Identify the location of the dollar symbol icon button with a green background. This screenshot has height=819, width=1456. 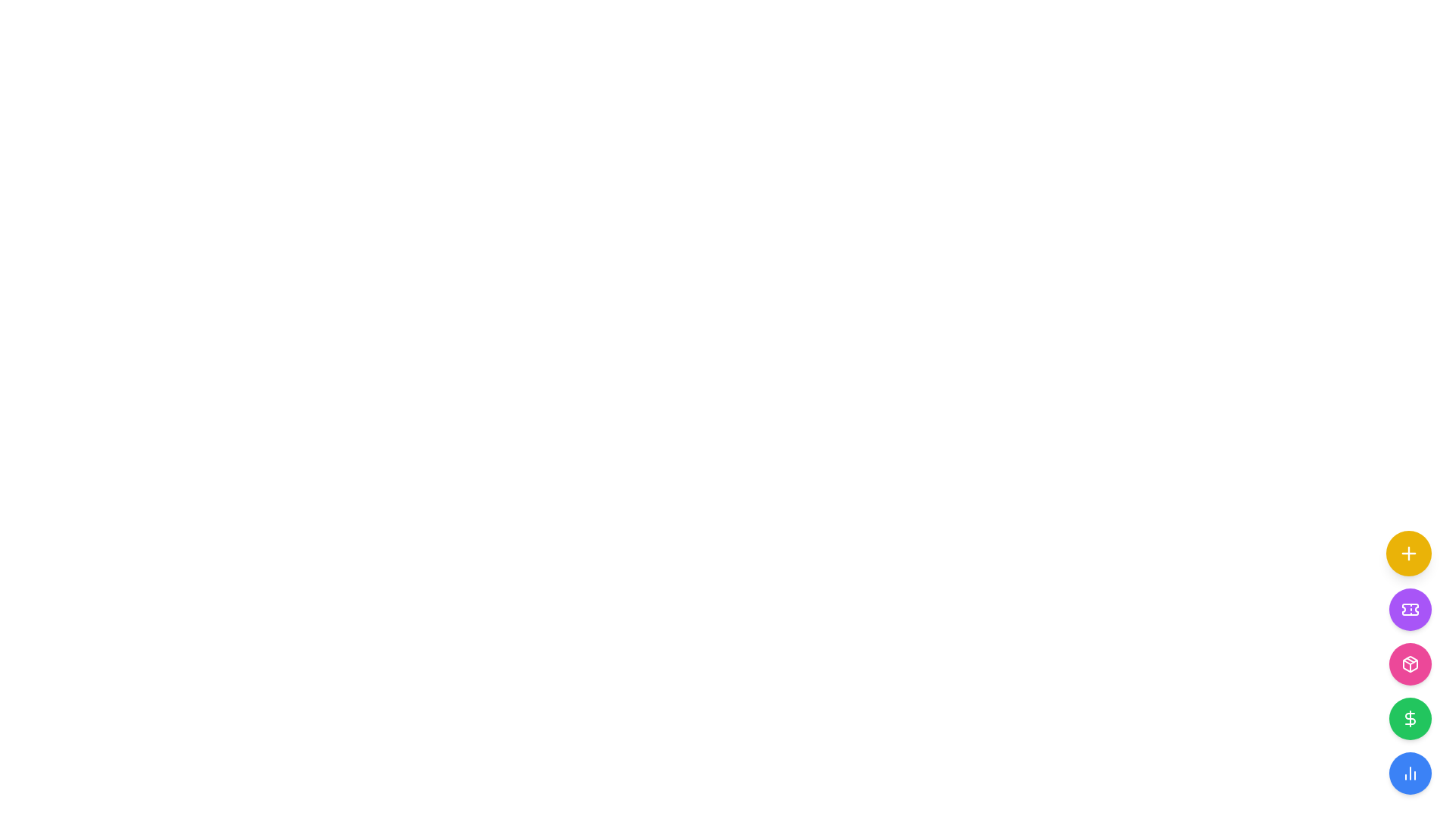
(1410, 718).